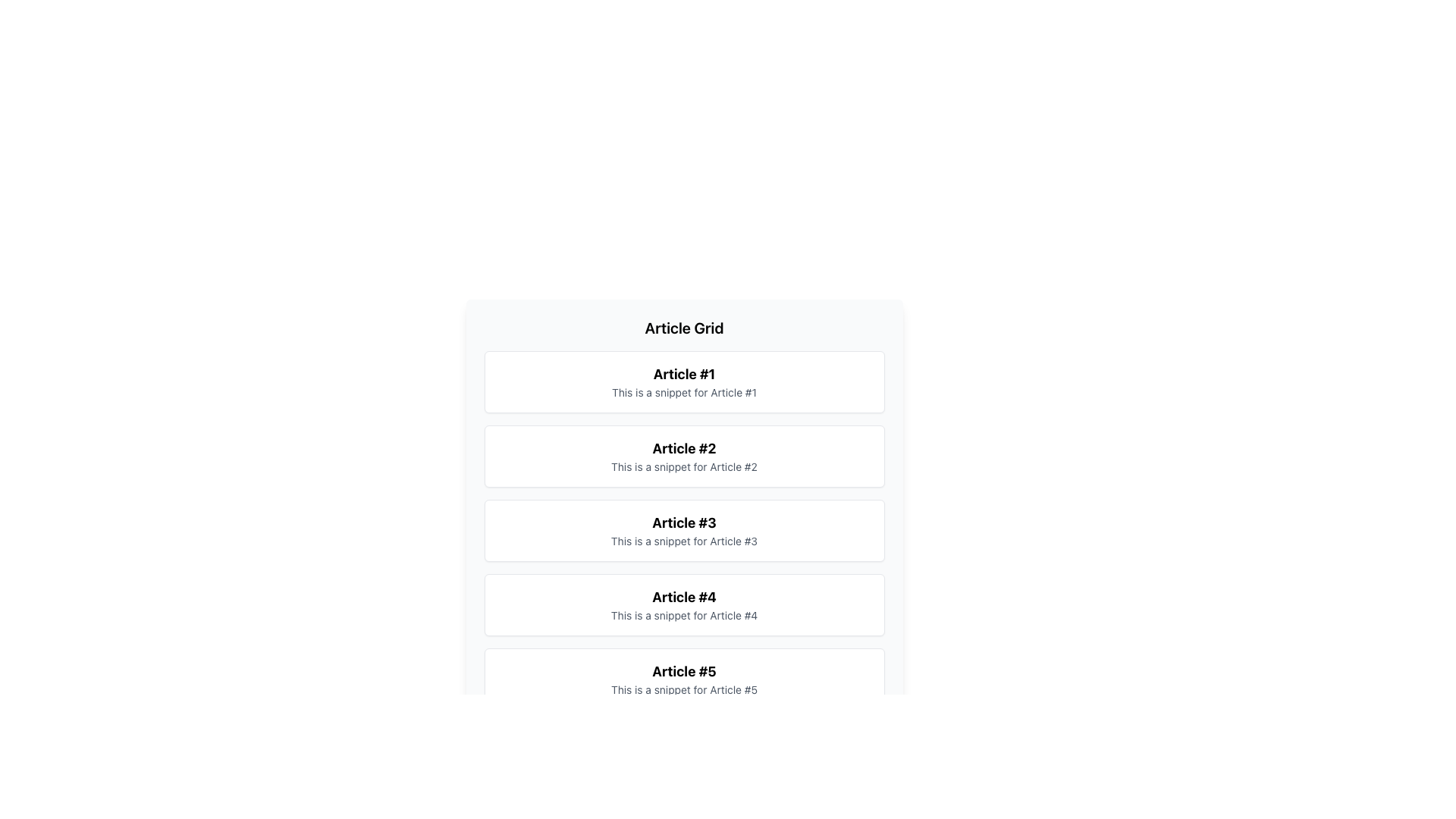  Describe the element at coordinates (683, 374) in the screenshot. I see `the Header text element that identifies 'Article #1', located directly above its associated snippet text` at that location.